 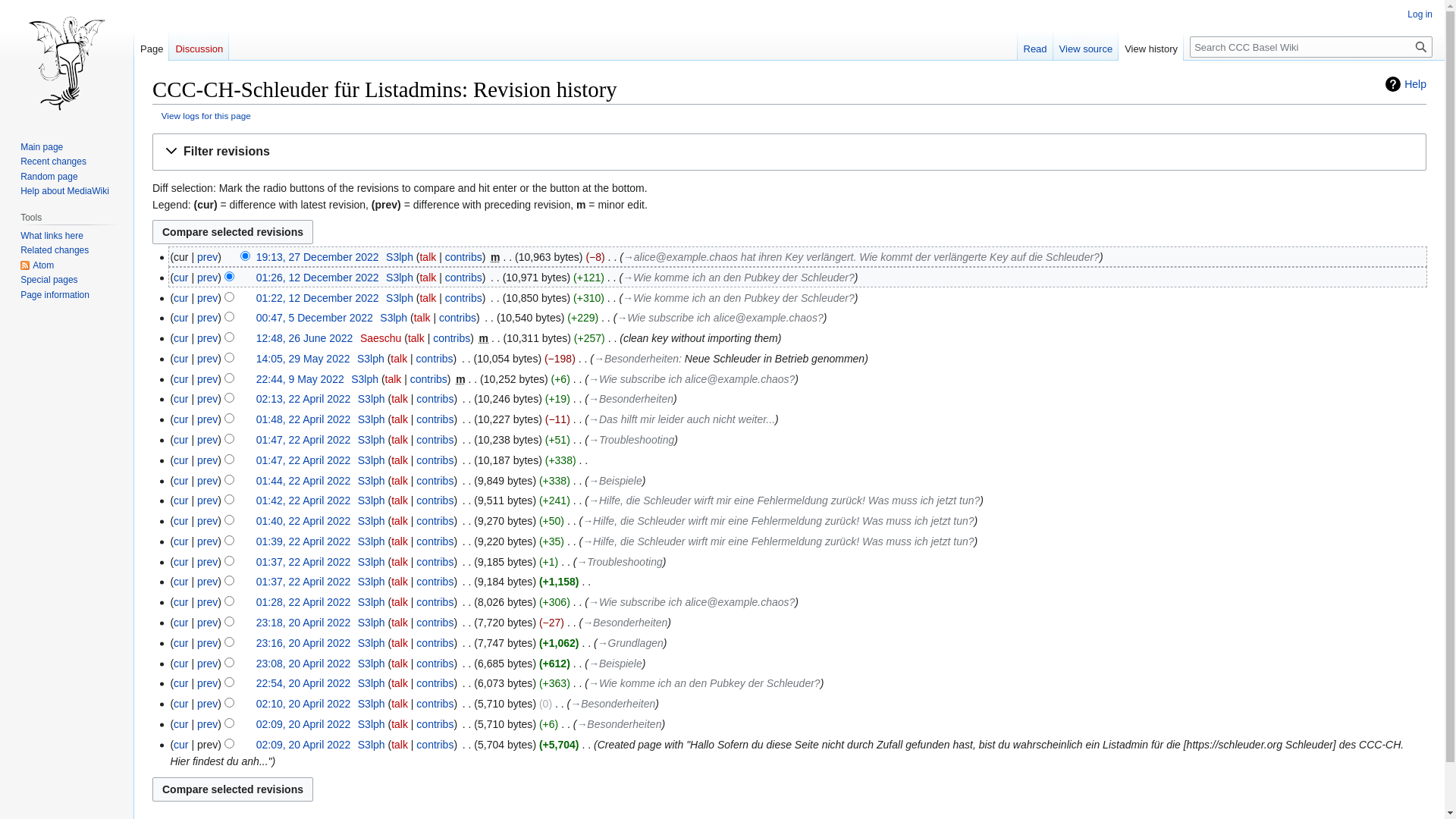 I want to click on 'contribs', so click(x=463, y=256).